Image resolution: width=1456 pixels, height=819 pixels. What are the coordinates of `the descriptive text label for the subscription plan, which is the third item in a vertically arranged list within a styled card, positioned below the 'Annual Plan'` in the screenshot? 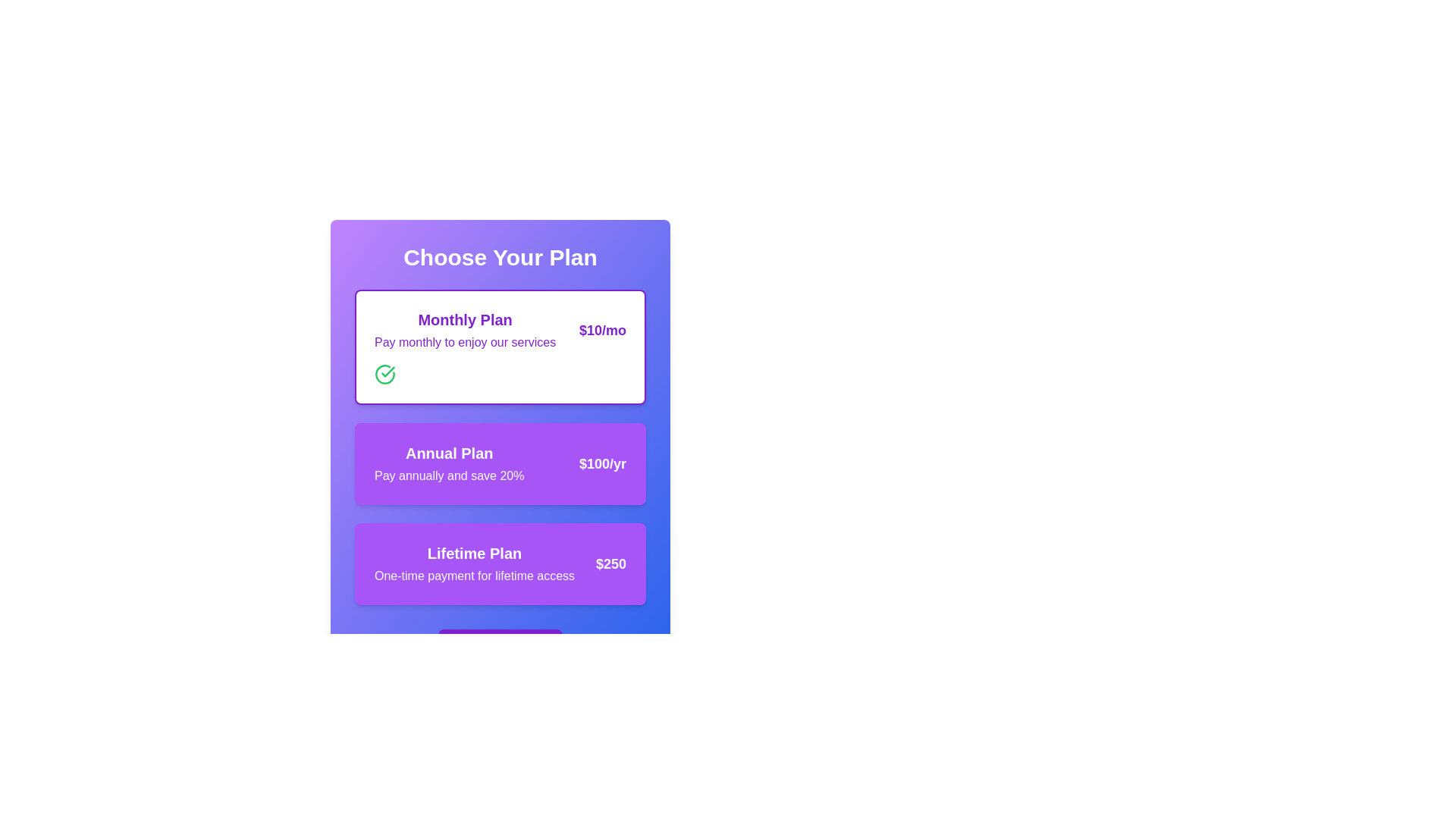 It's located at (474, 564).